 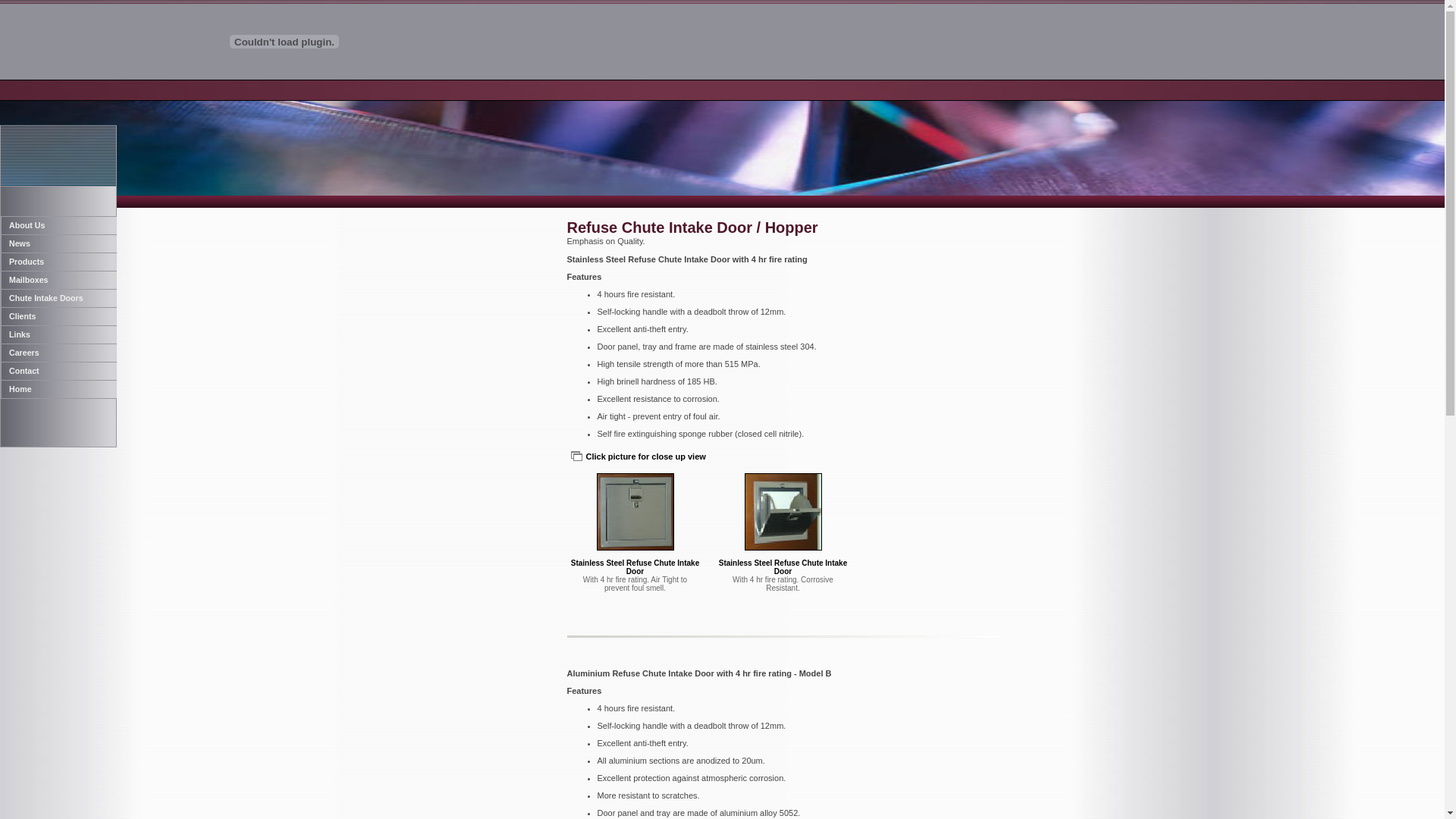 What do you see at coordinates (0, 225) in the screenshot?
I see `'About Us'` at bounding box center [0, 225].